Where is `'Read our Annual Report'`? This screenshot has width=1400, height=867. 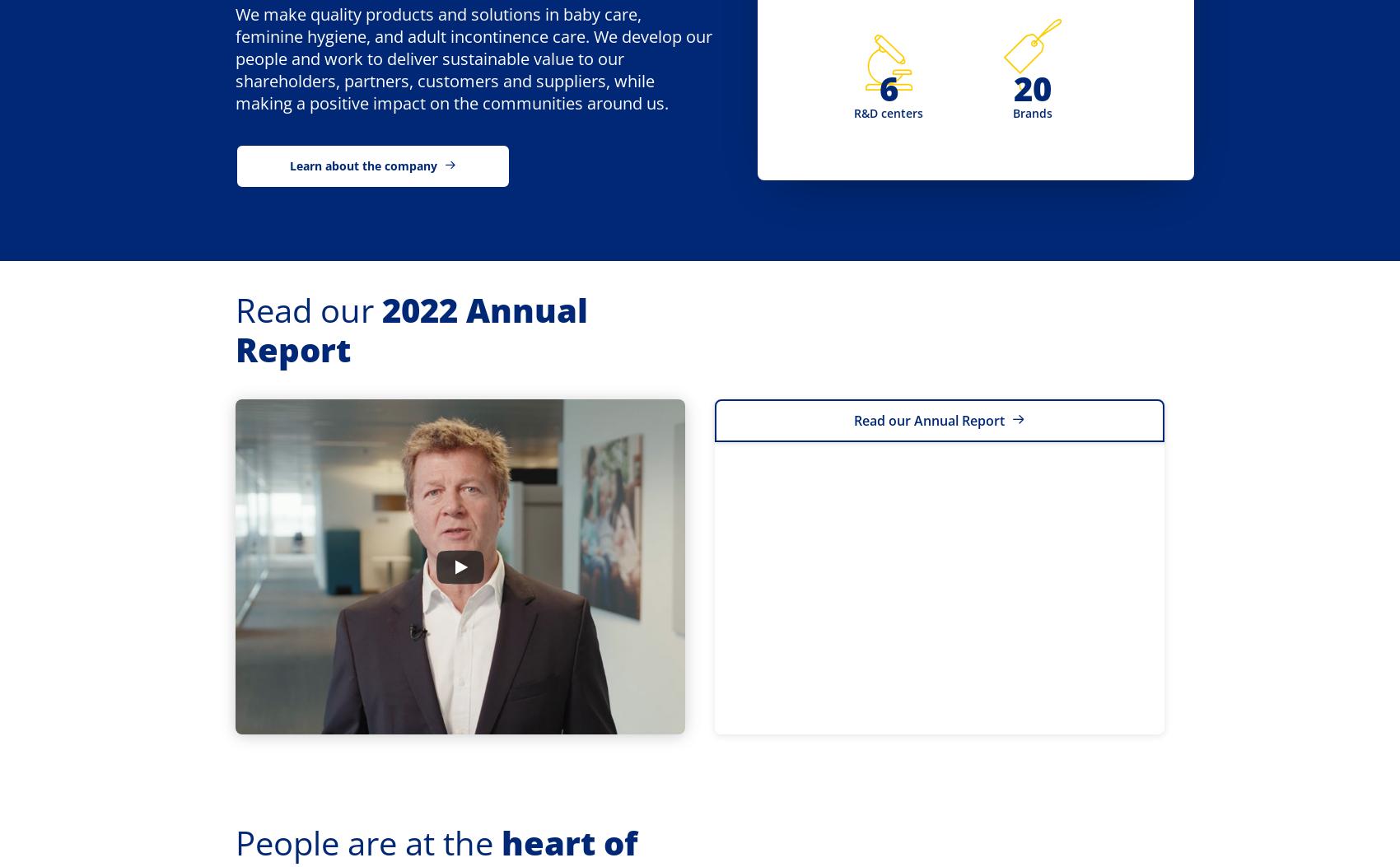
'Read our Annual Report' is located at coordinates (929, 419).